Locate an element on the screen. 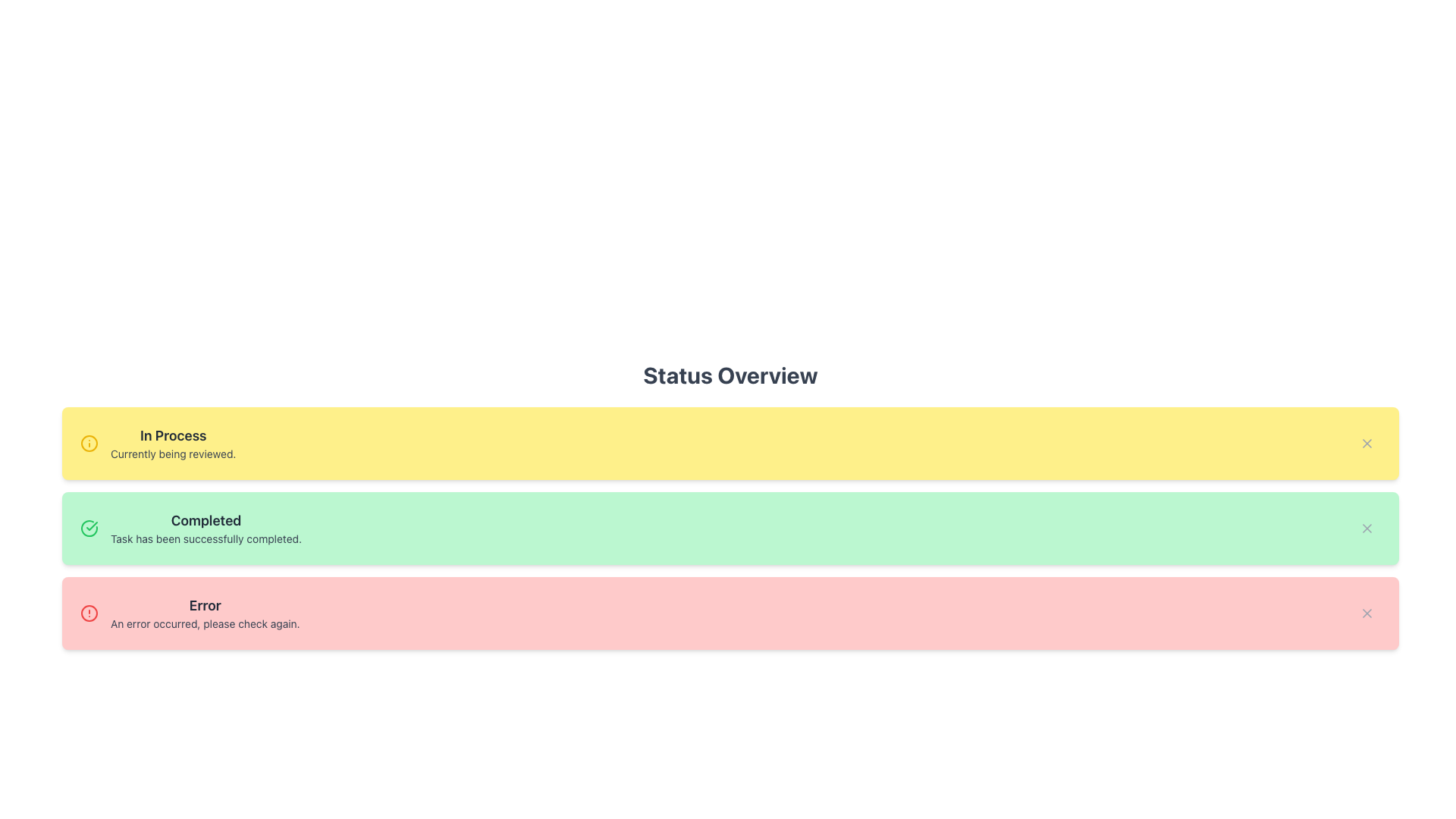 This screenshot has width=1456, height=819. text label that says 'Task has been successfully completed.' which is styled in gray and located below the 'Completed' label in the status card layout is located at coordinates (206, 538).